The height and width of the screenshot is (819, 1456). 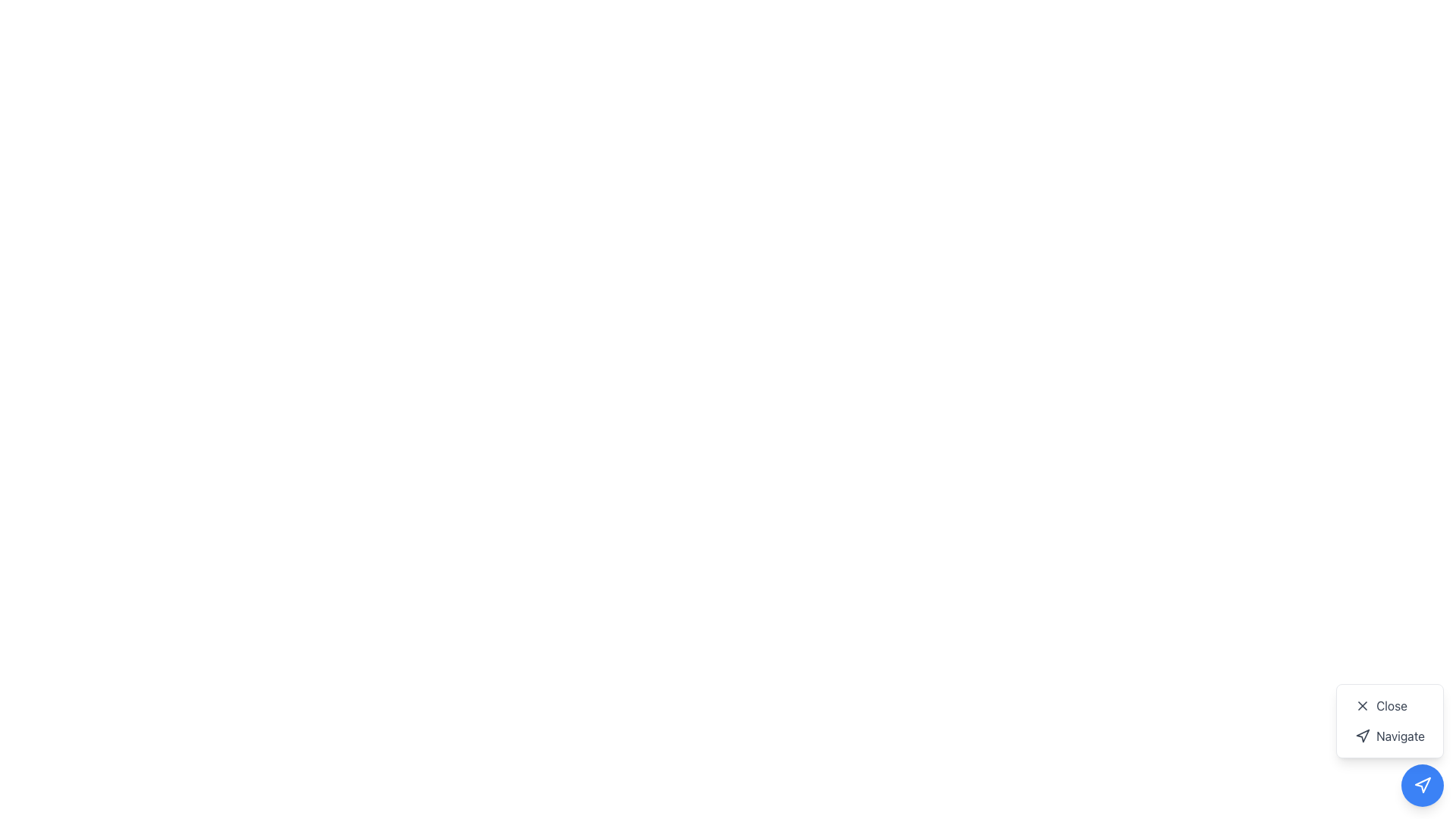 What do you see at coordinates (1363, 736) in the screenshot?
I see `the navigation arrow icon located to the left of the 'Navigate' text within the lower-right region of the interface` at bounding box center [1363, 736].